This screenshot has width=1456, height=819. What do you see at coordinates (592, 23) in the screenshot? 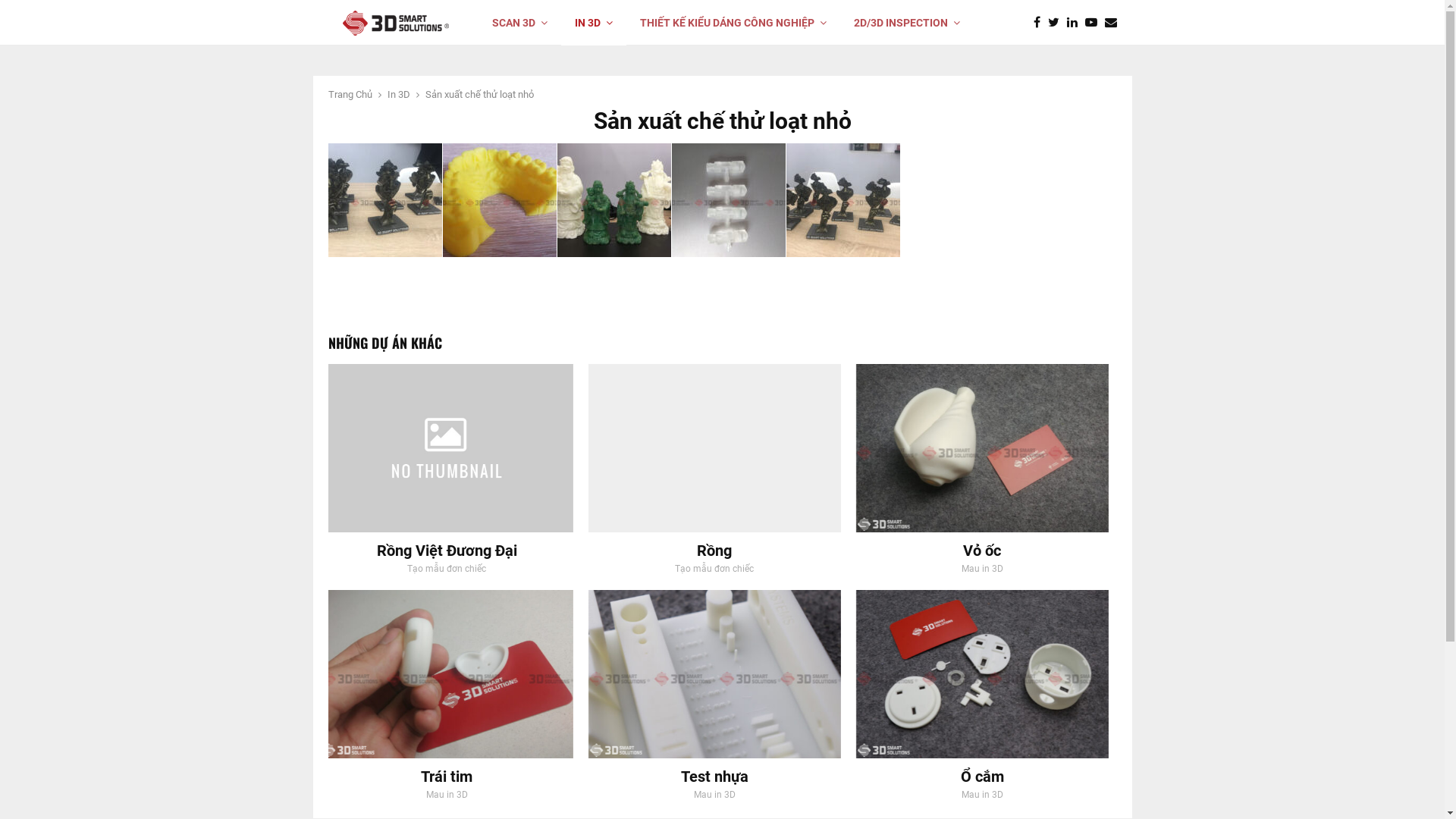
I see `'IN 3D'` at bounding box center [592, 23].